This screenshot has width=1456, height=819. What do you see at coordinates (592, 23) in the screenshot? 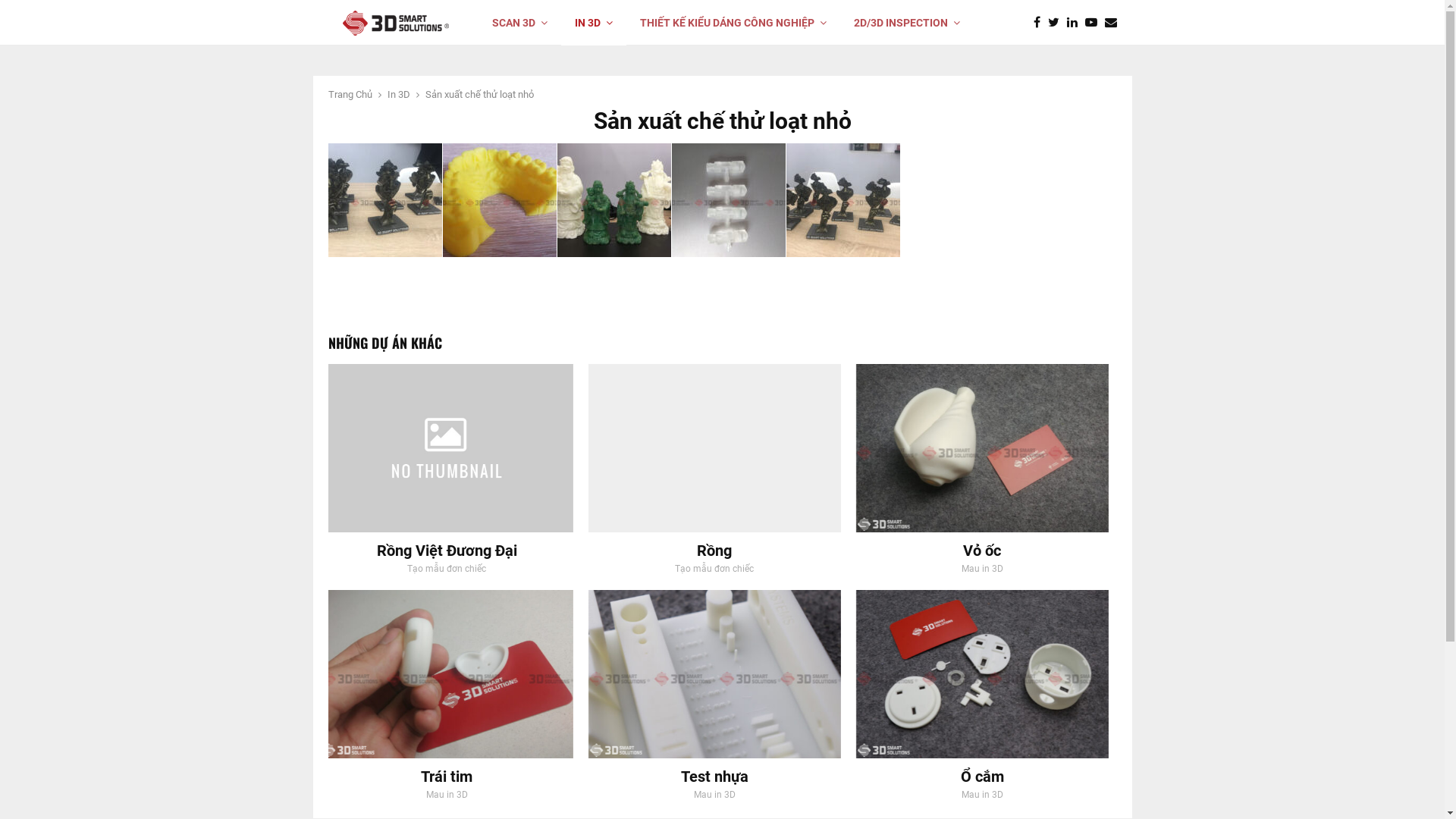
I see `'IN 3D'` at bounding box center [592, 23].